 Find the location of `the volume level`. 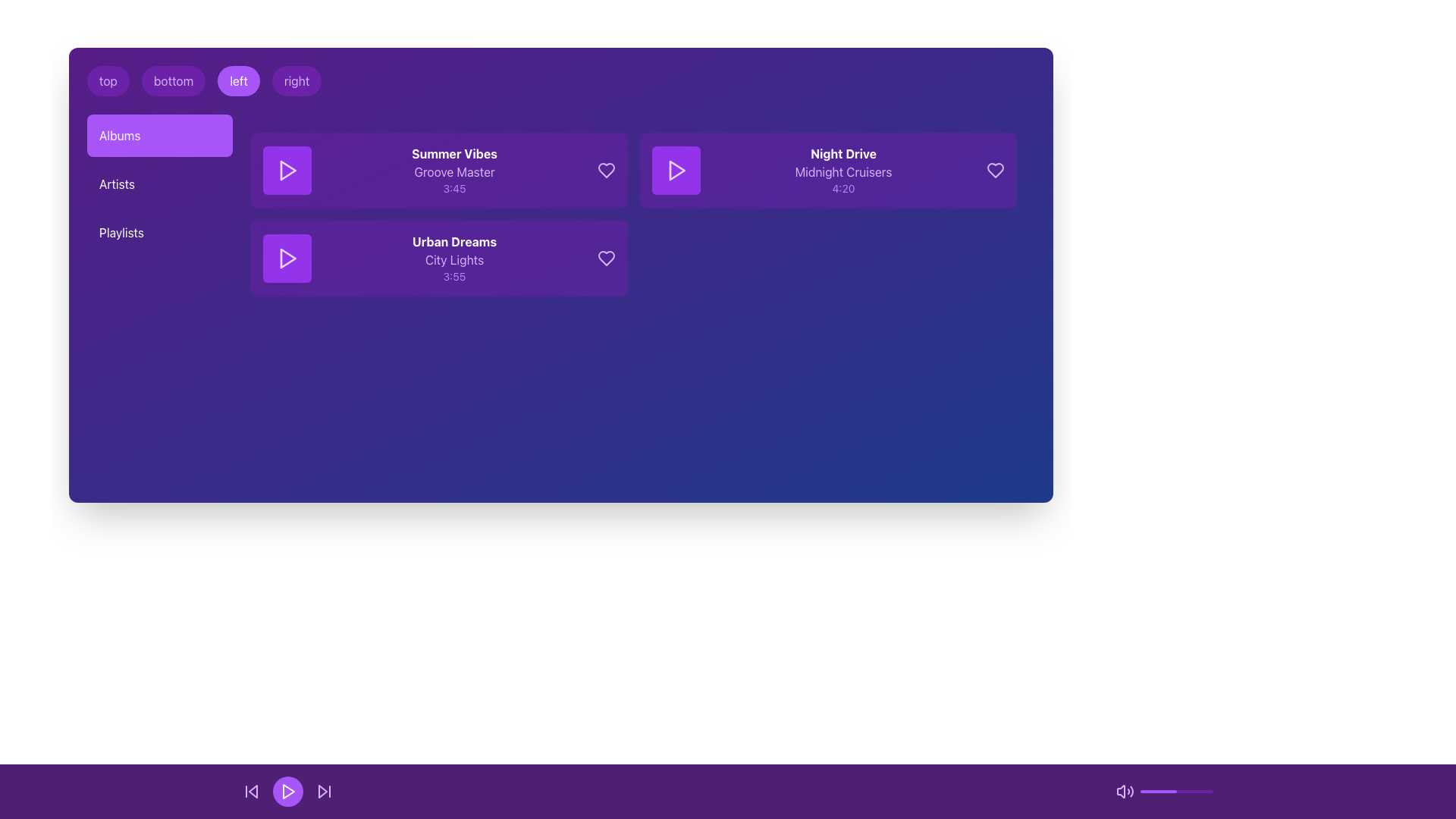

the volume level is located at coordinates (1197, 791).